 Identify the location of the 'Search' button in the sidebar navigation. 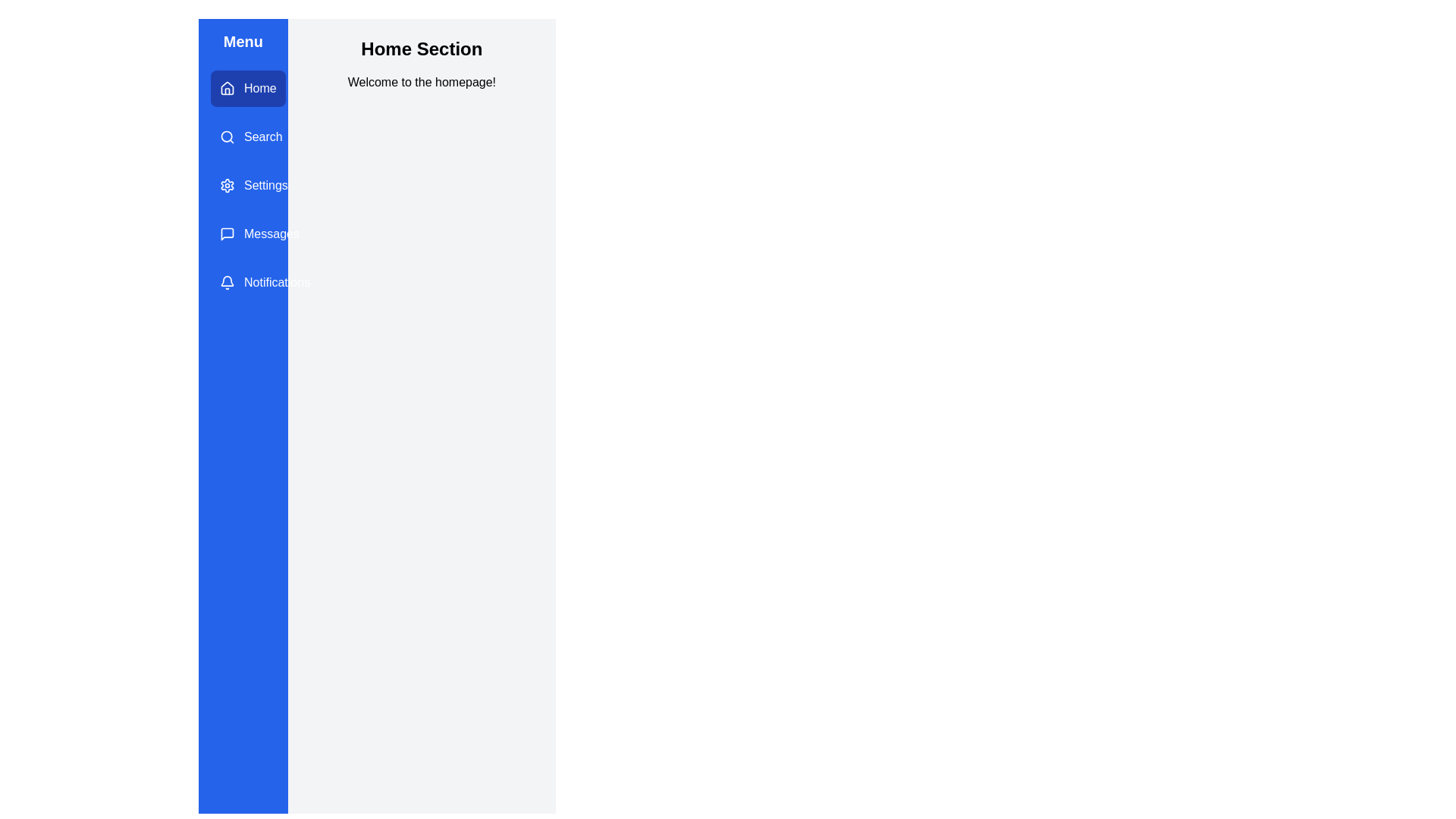
(251, 137).